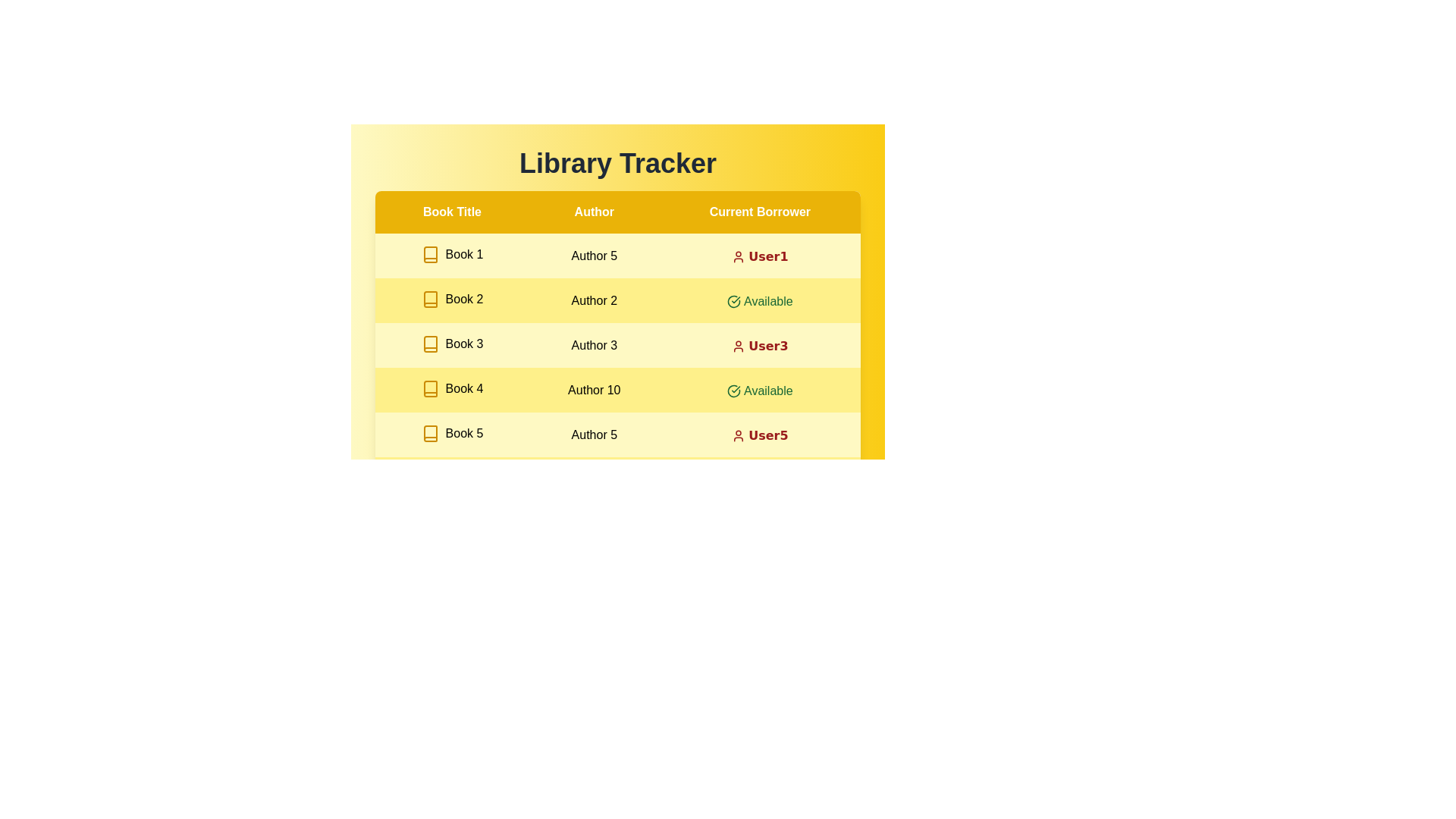  Describe the element at coordinates (451, 388) in the screenshot. I see `the book title Book 4 to inspect its details` at that location.